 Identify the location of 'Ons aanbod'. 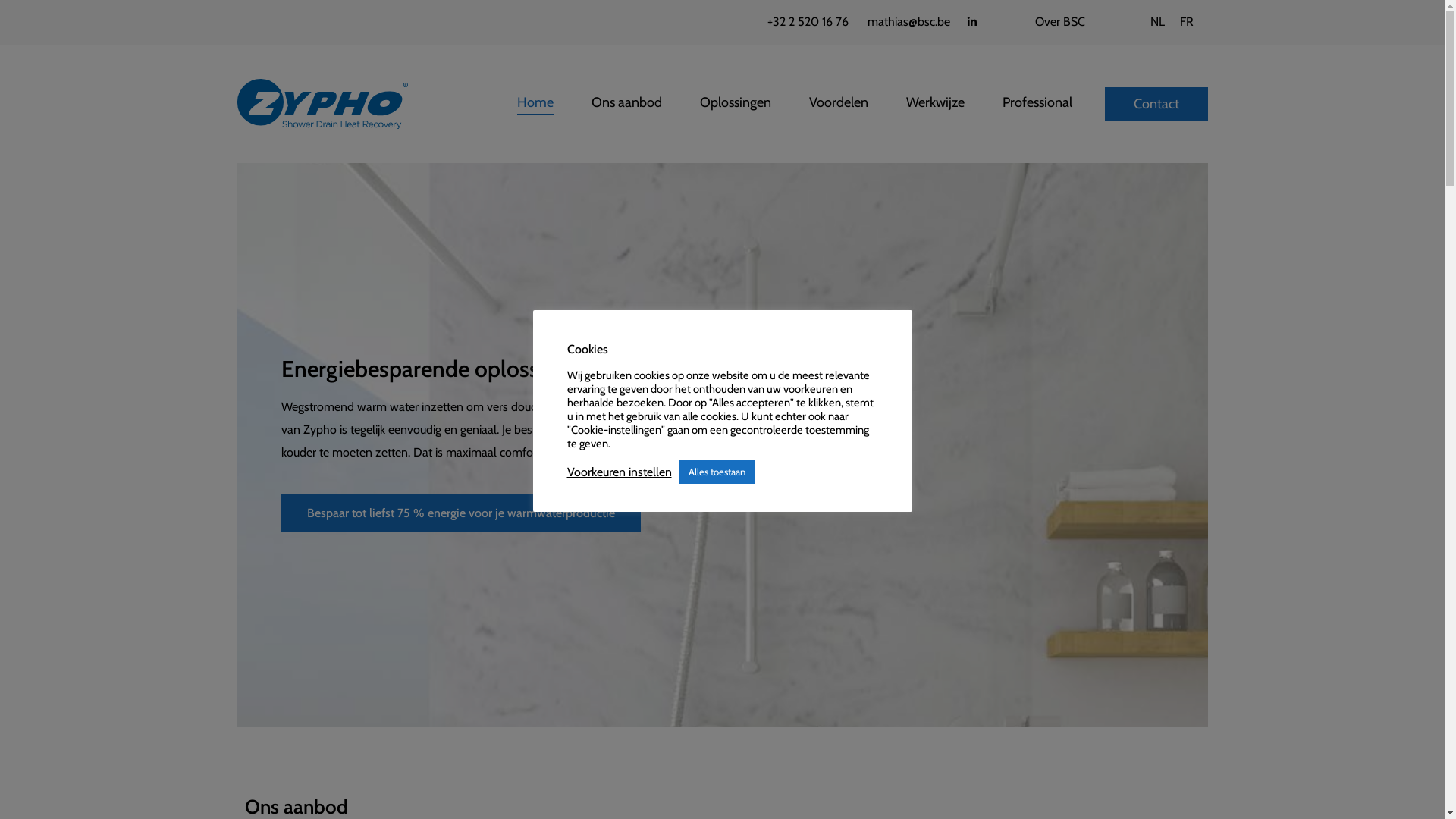
(626, 102).